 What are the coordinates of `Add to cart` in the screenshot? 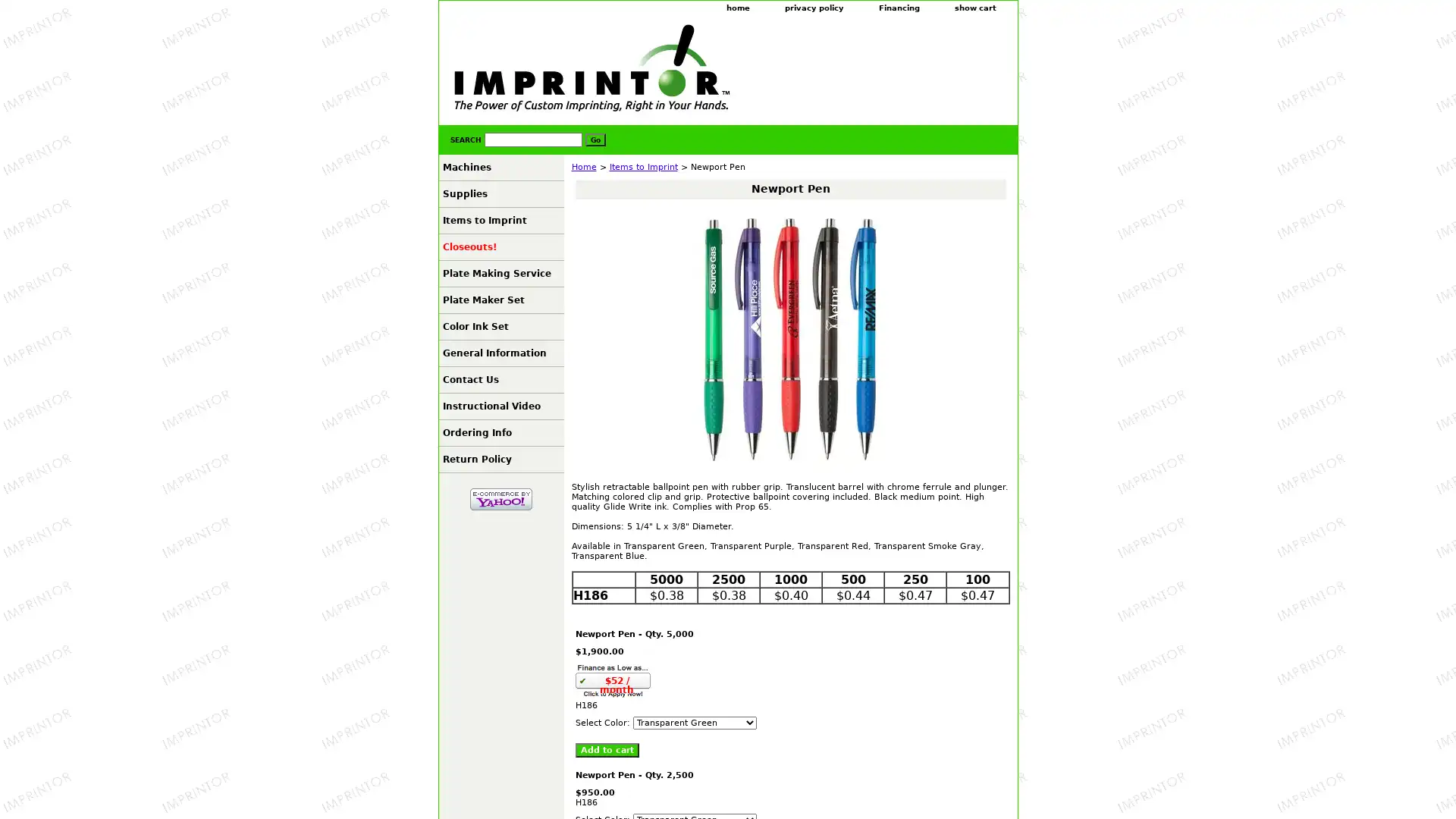 It's located at (607, 749).